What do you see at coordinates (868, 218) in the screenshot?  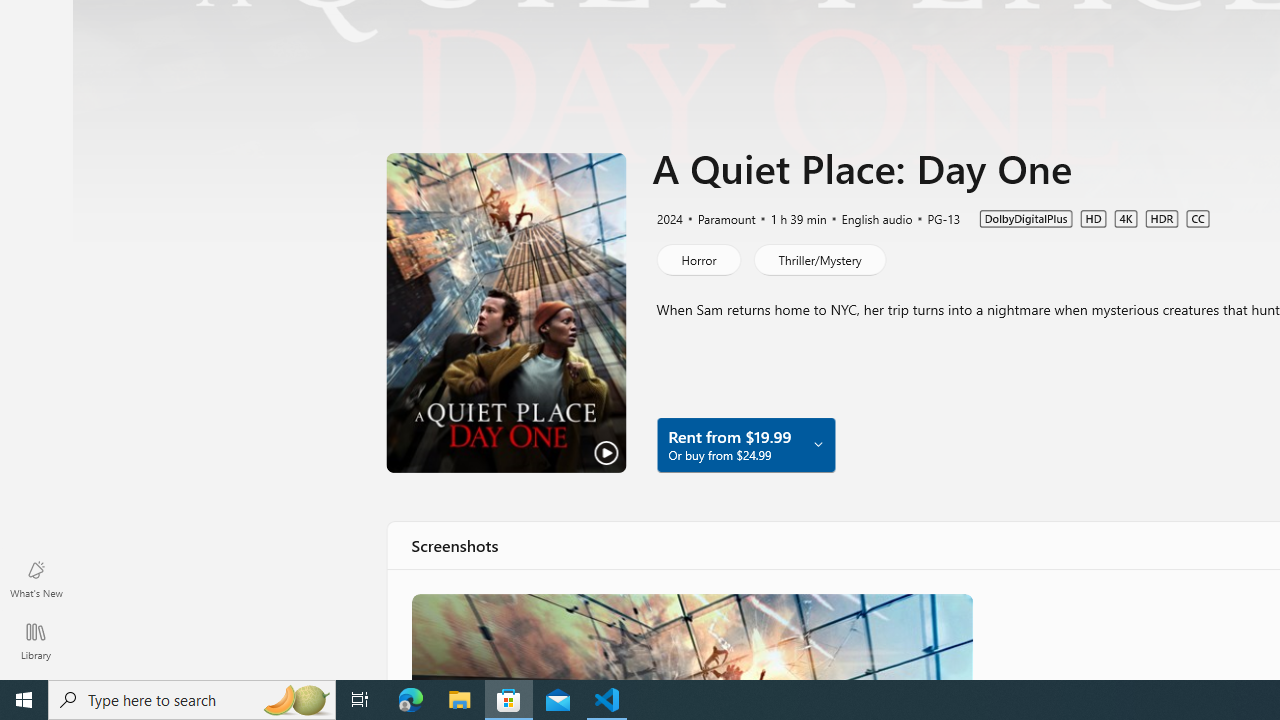 I see `'English audio'` at bounding box center [868, 218].